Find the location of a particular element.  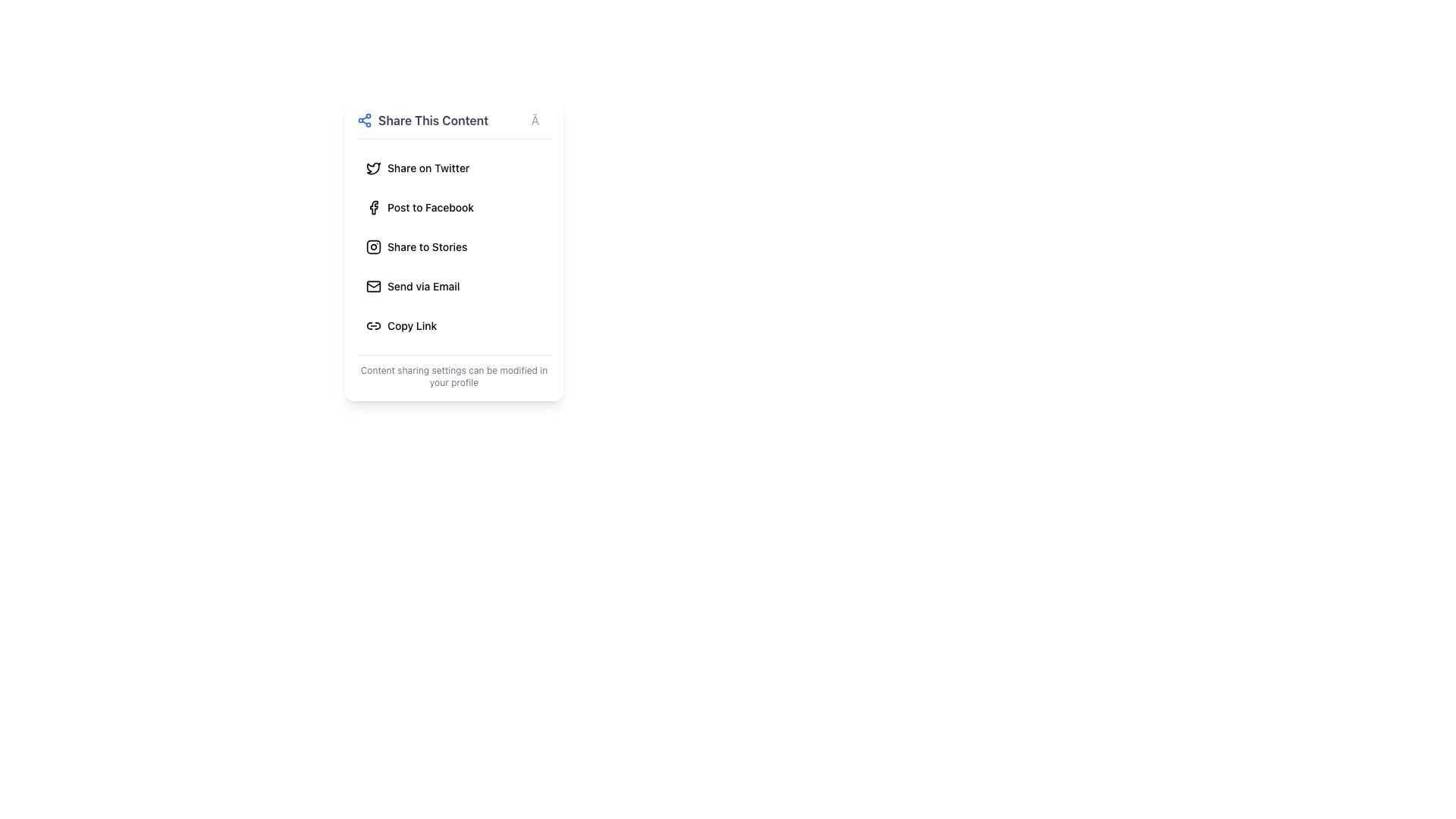

the small, stylized 'F' icon representing Facebook, which is the second item in a vertical list of sharing options within a popup menu, to share content on Facebook is located at coordinates (374, 207).